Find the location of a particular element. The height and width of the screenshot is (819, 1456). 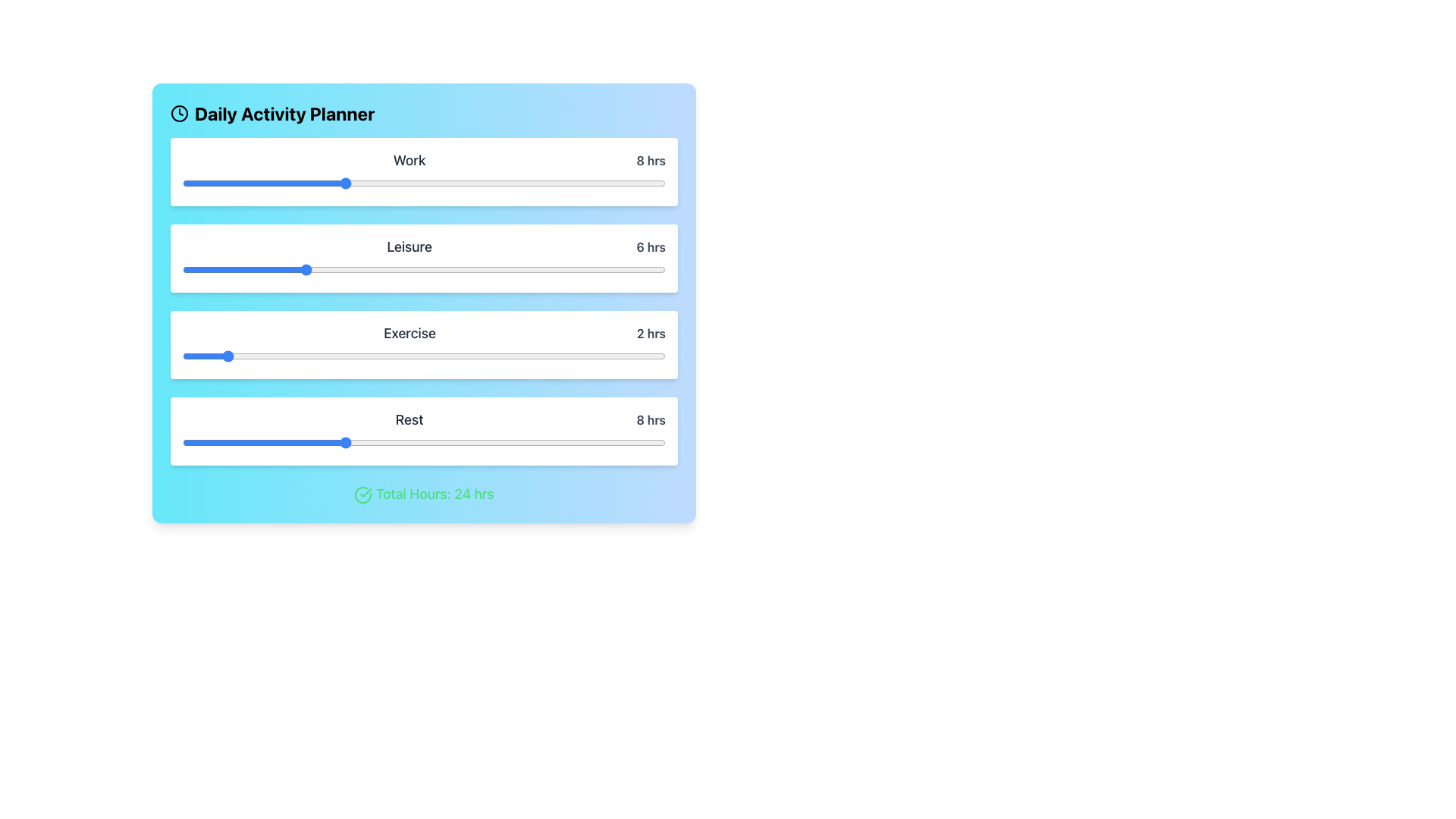

the circular checkmark icon with a green outline located in the bottom section of the interface, slightly left of center, indicating completion or approval is located at coordinates (362, 495).